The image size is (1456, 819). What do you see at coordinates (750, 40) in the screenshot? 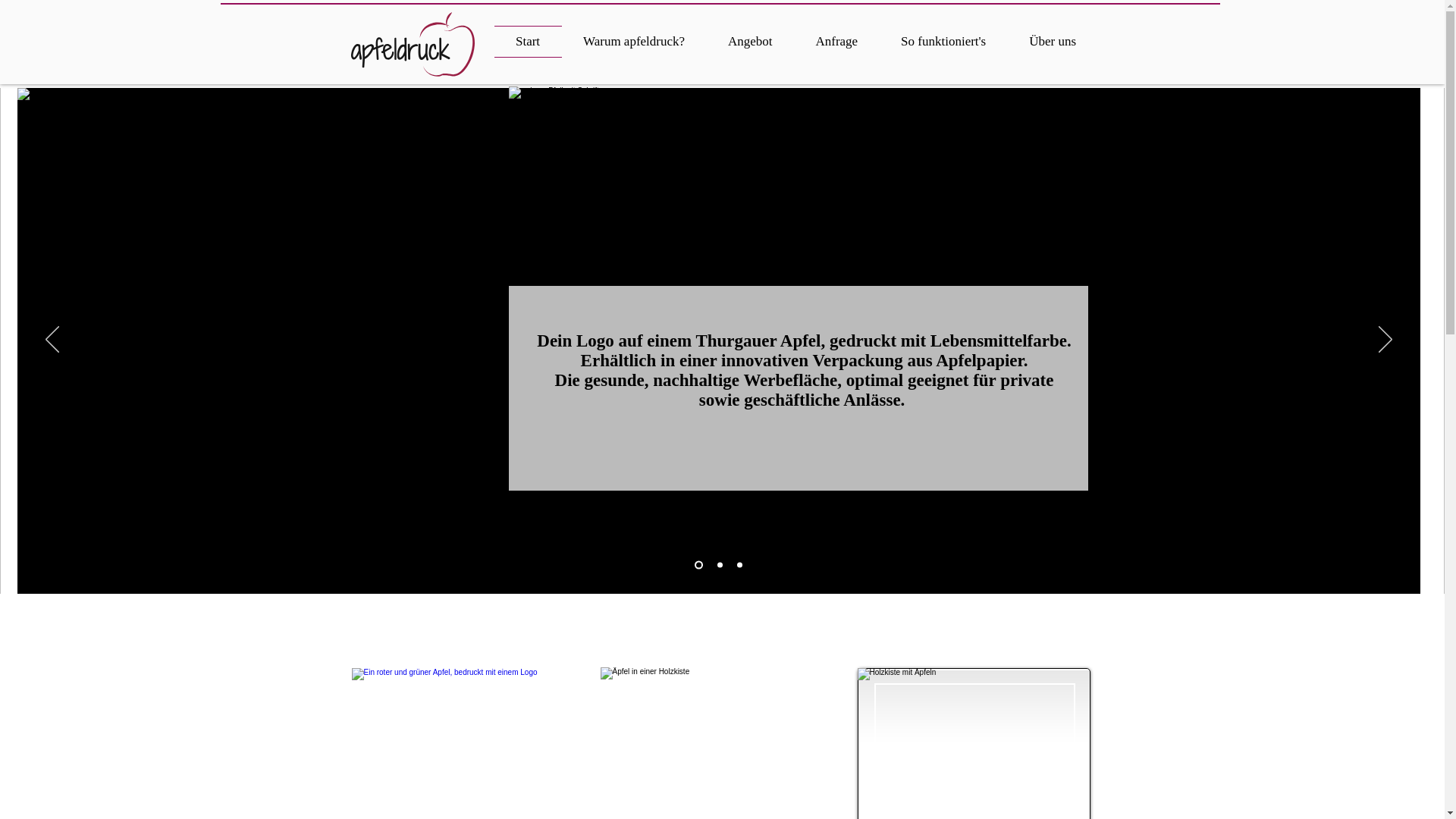
I see `'Angebot'` at bounding box center [750, 40].